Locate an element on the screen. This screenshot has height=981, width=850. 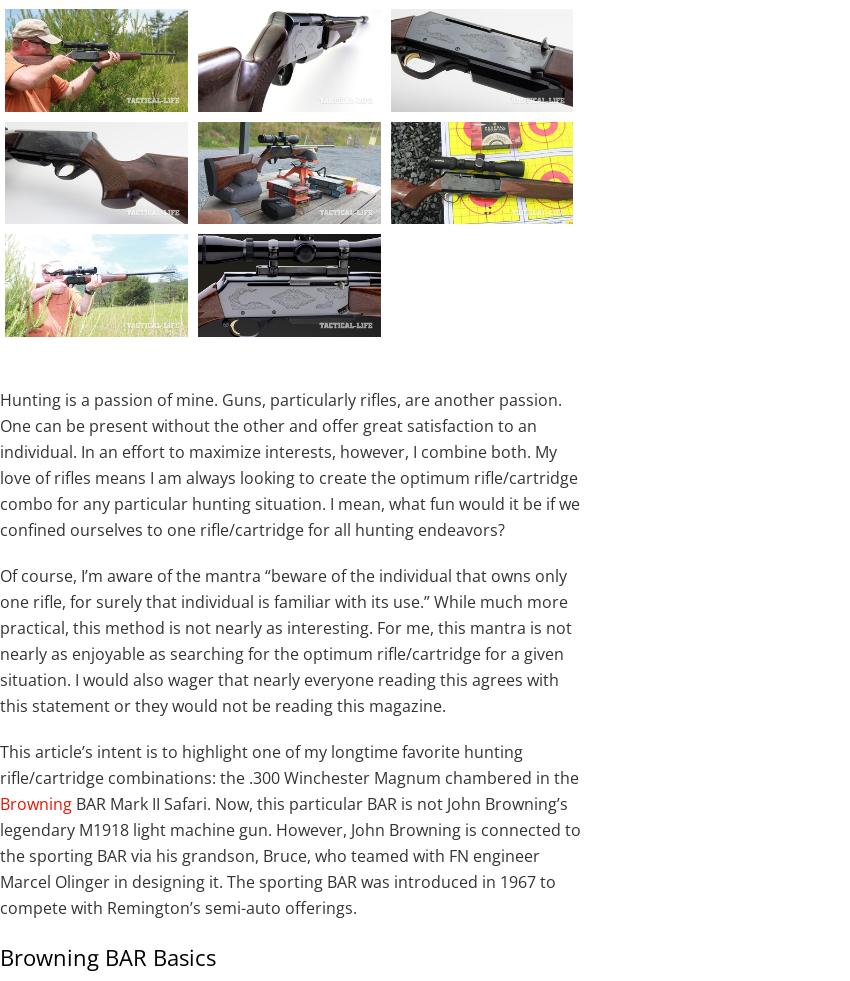
'Of course, I’m aware of the mantra “beware of the individual that owns only one rifle, for surely that individual is familiar with its use.” While much more practical, this method is not nearly as interesting. For me, this mantra is not nearly as enjoyable as searching for the optimum rifle/cartridge for a given situation. I would also wager that nearly everyone reading this agrees with this statement or they would not be reading this magazine.' is located at coordinates (285, 640).